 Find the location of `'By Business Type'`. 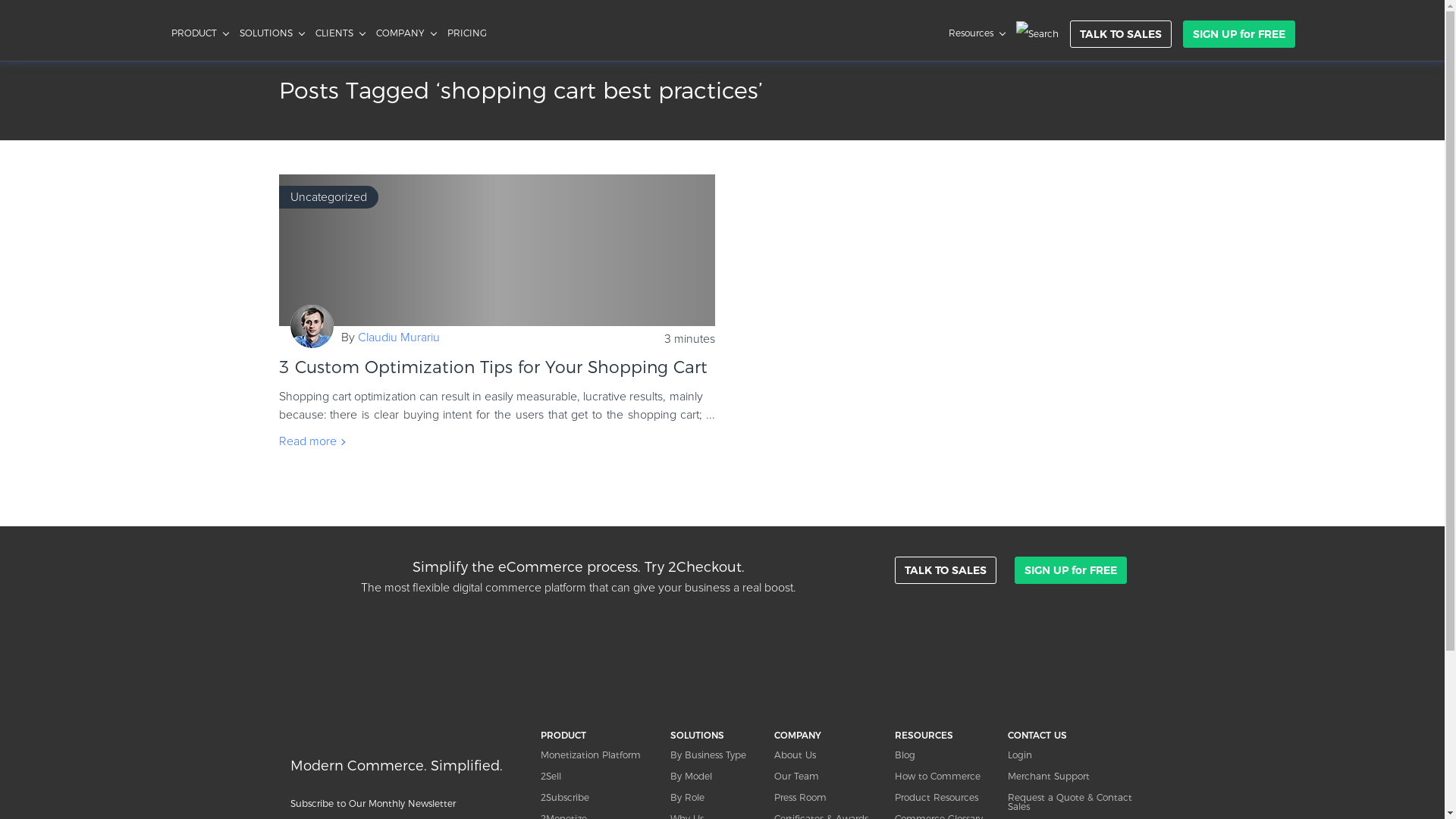

'By Business Type' is located at coordinates (669, 755).